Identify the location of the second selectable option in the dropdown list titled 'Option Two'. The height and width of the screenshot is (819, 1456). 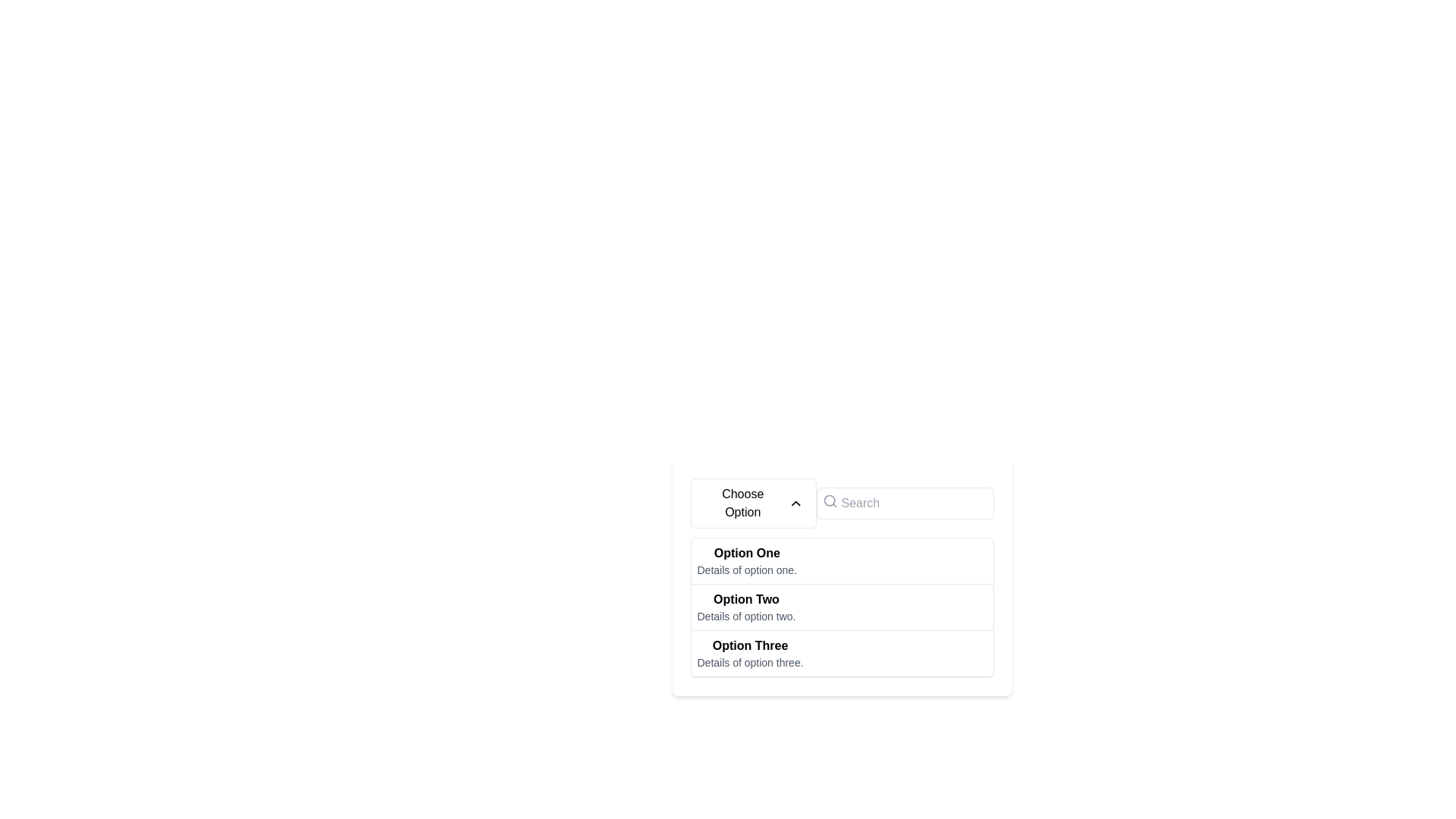
(841, 607).